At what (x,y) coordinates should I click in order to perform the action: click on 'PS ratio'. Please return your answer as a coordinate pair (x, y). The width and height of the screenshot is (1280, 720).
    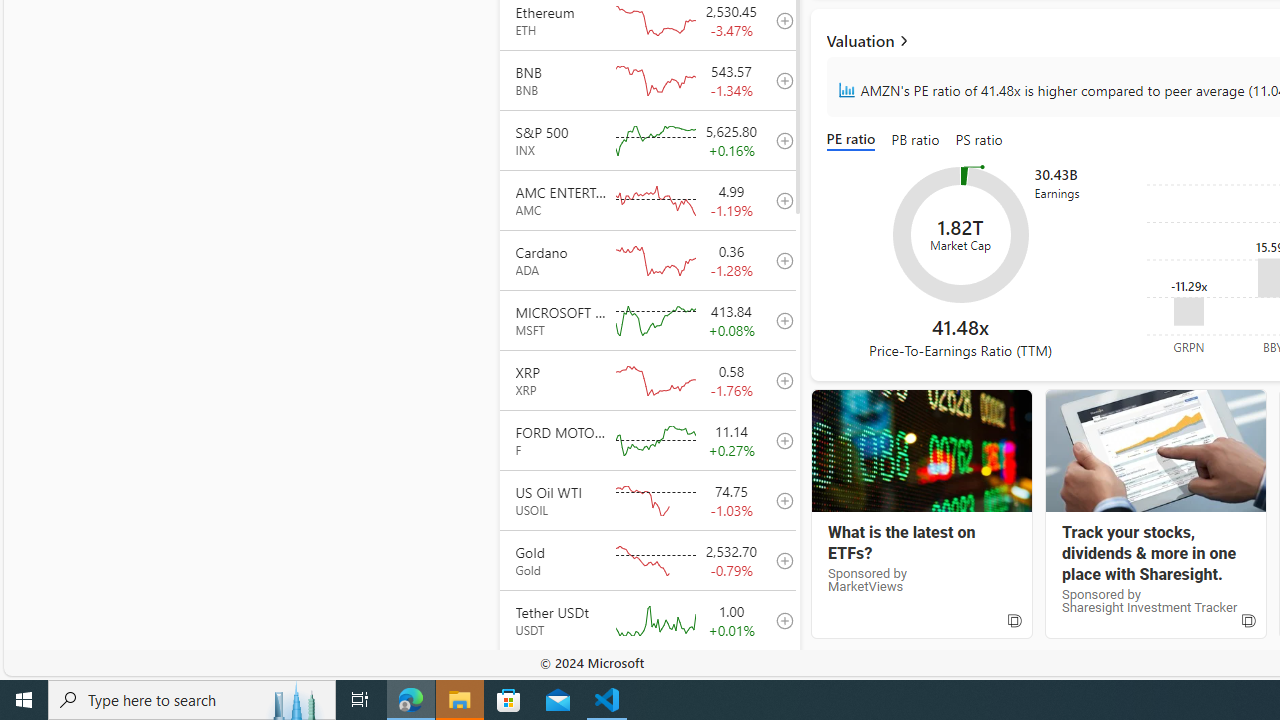
    Looking at the image, I should click on (979, 140).